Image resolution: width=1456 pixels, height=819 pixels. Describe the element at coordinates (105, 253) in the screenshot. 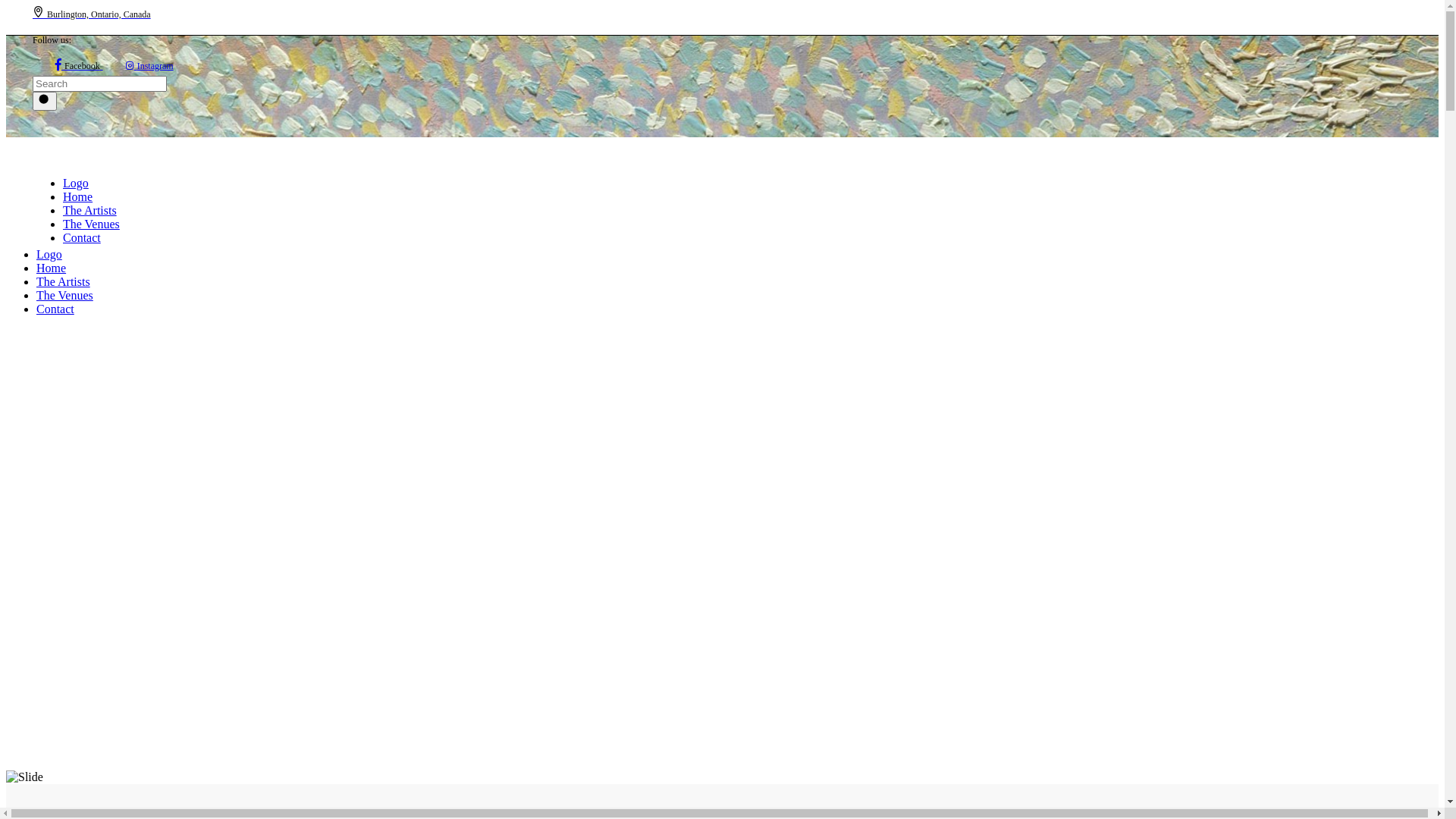

I see `'Logo'` at that location.